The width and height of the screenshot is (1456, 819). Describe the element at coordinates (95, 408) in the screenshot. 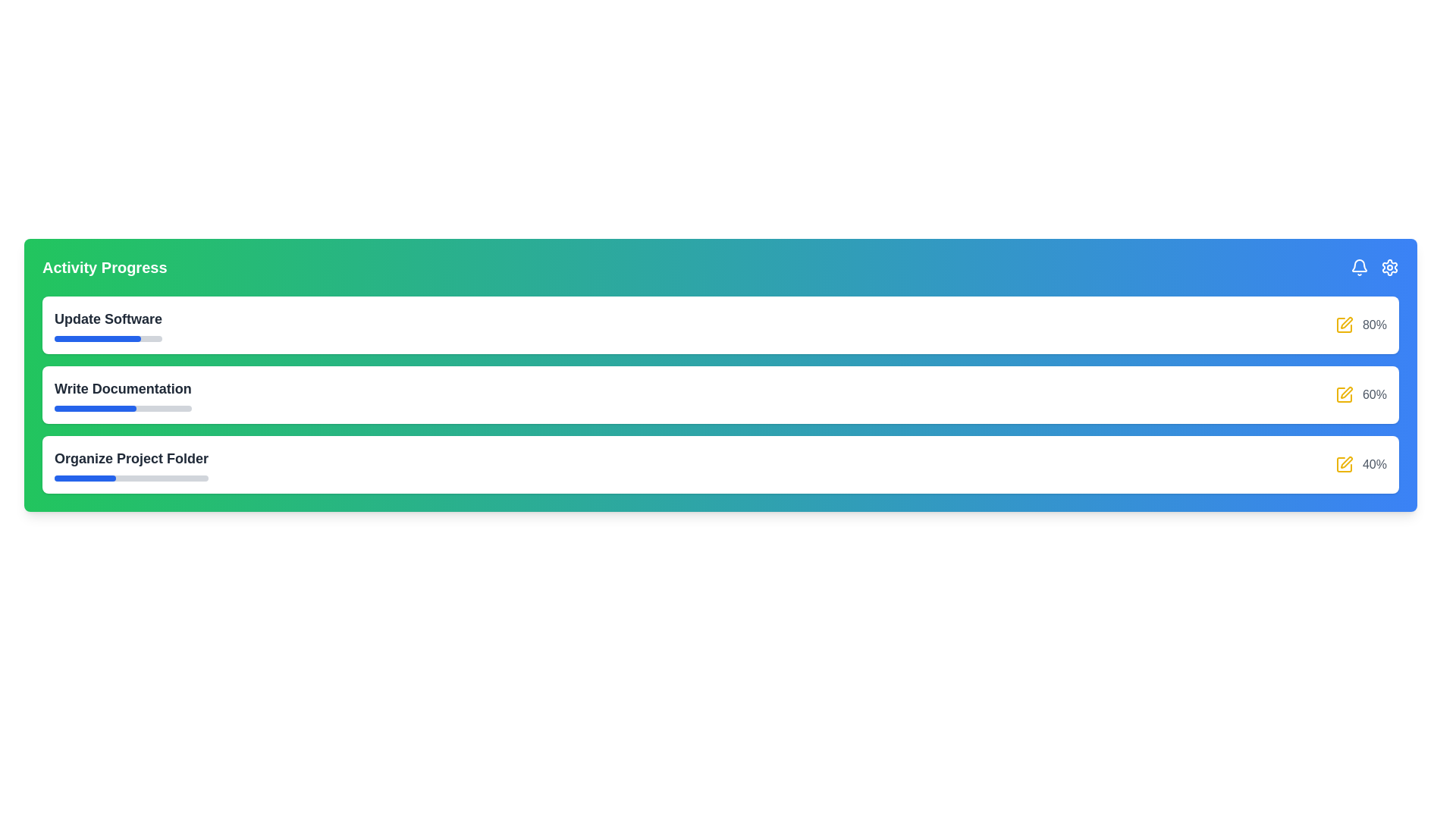

I see `the second progress bar representing 60% completion in the 'Write Documentation' section of the vertically stacked list` at that location.